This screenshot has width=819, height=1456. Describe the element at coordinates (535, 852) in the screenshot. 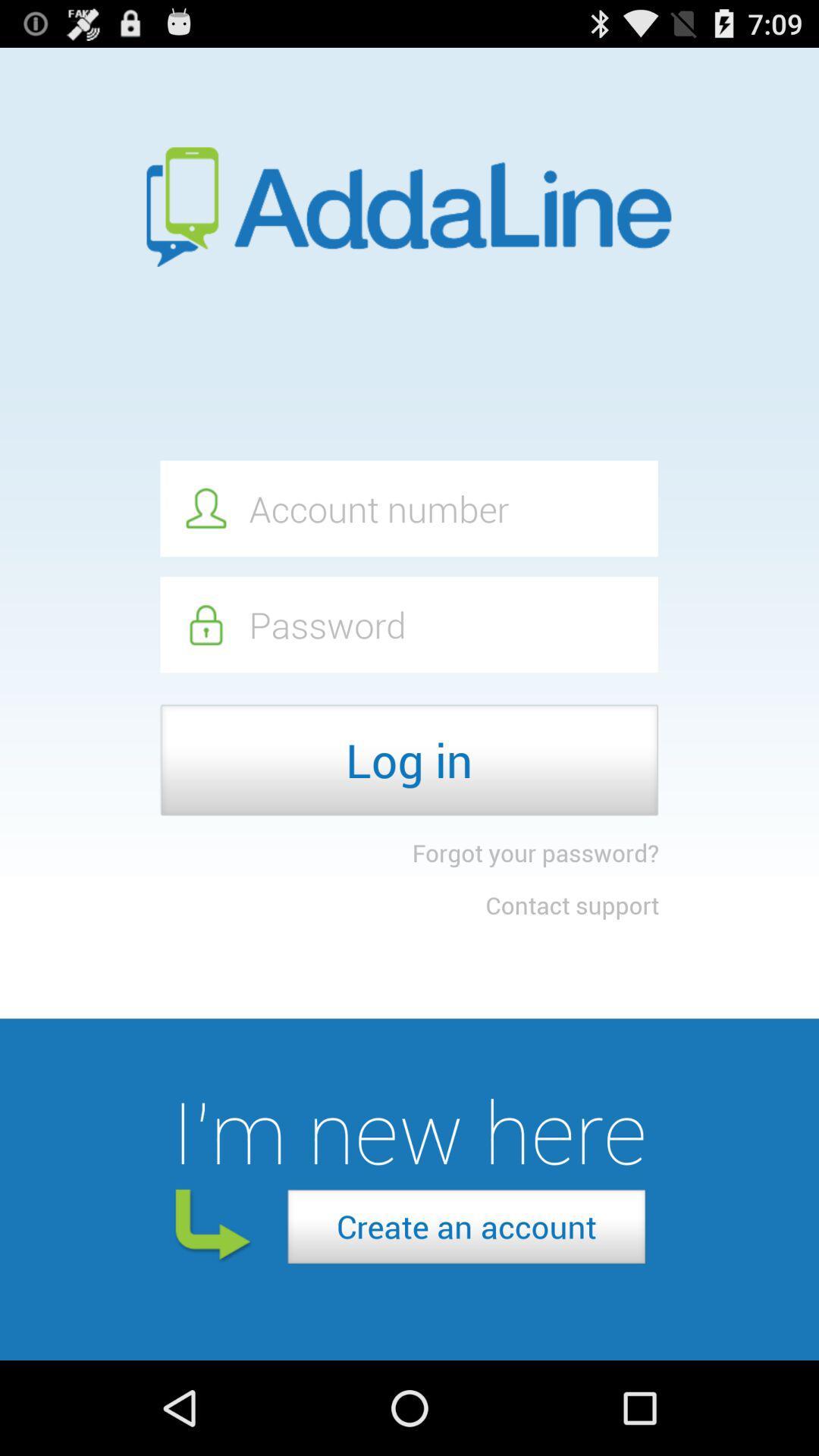

I see `the forgot your password? icon` at that location.